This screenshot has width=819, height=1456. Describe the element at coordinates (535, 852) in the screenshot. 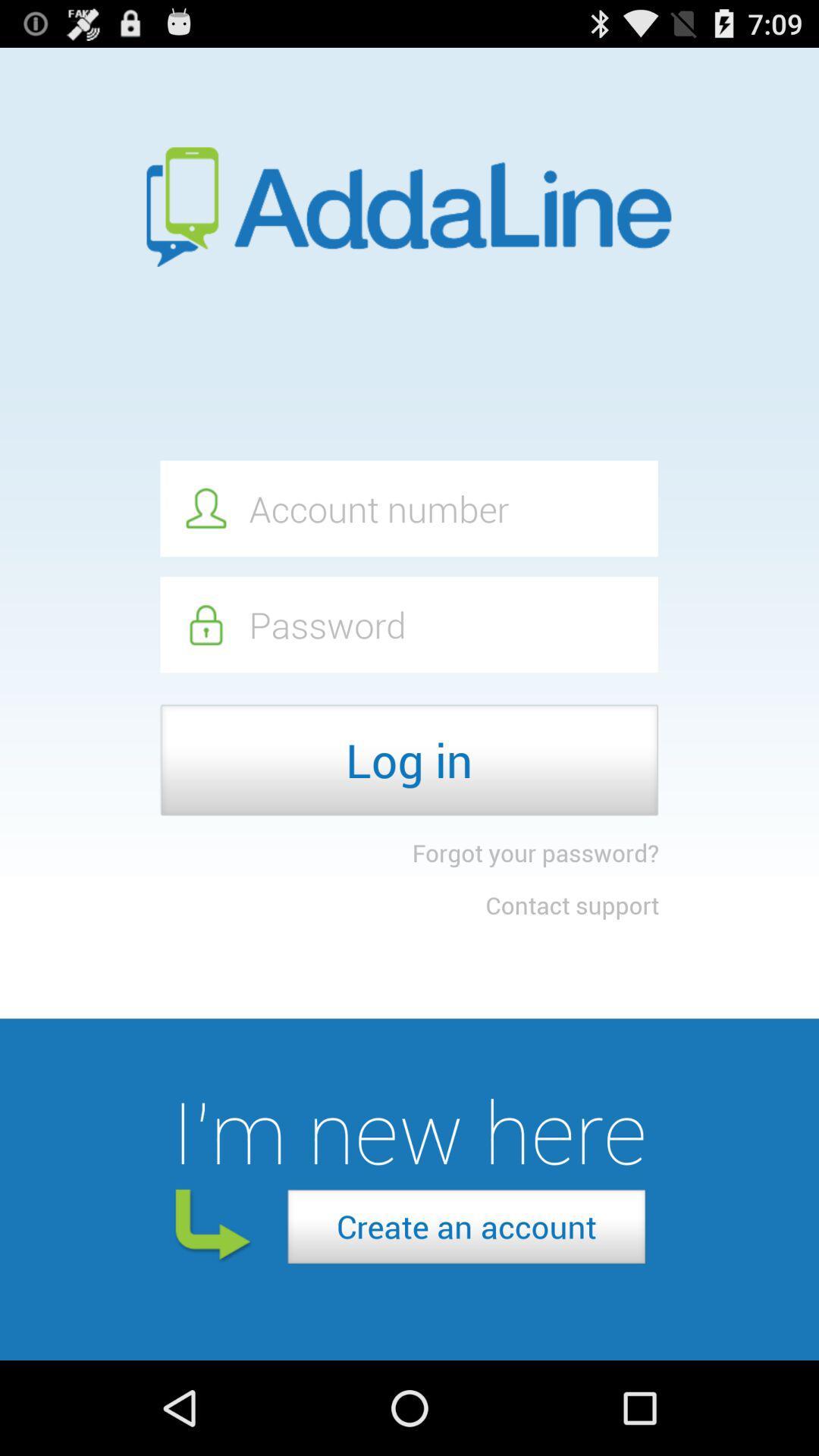

I see `the forgot your password? icon` at that location.